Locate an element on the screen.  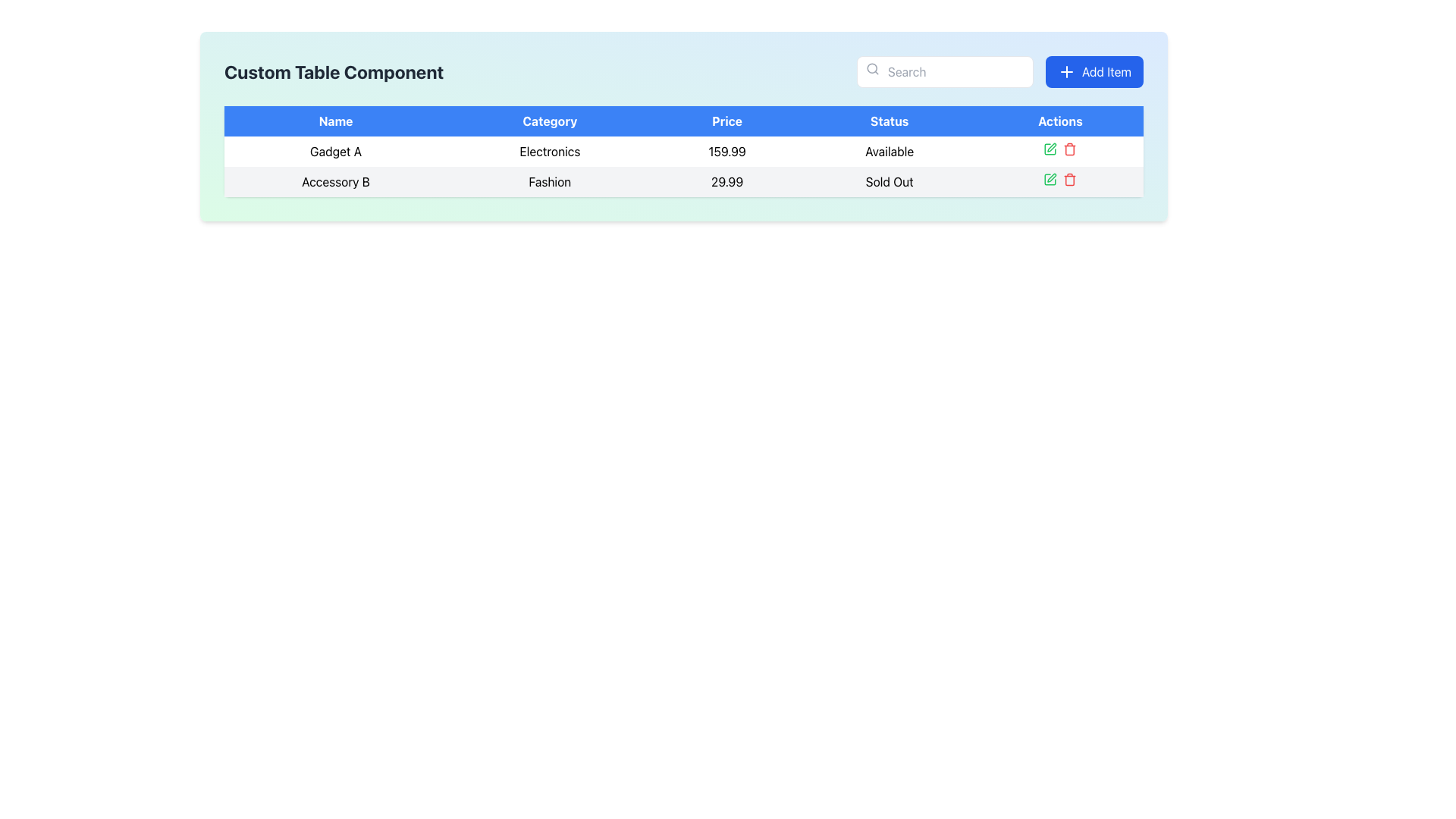
the Text label that displays the category associated with the product in the second column of the first row of the table is located at coordinates (549, 152).